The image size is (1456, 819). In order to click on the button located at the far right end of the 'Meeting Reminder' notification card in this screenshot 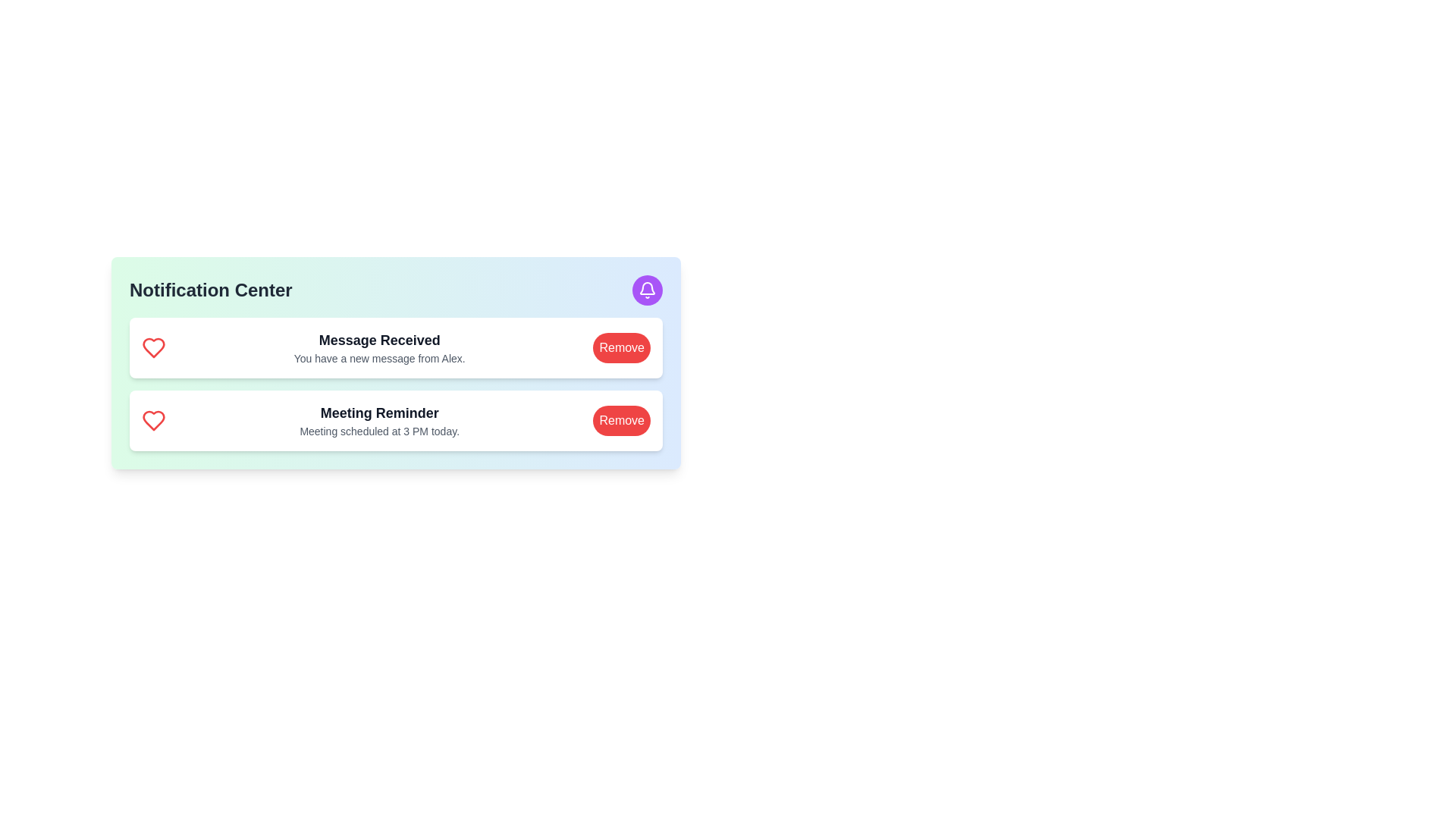, I will do `click(622, 421)`.